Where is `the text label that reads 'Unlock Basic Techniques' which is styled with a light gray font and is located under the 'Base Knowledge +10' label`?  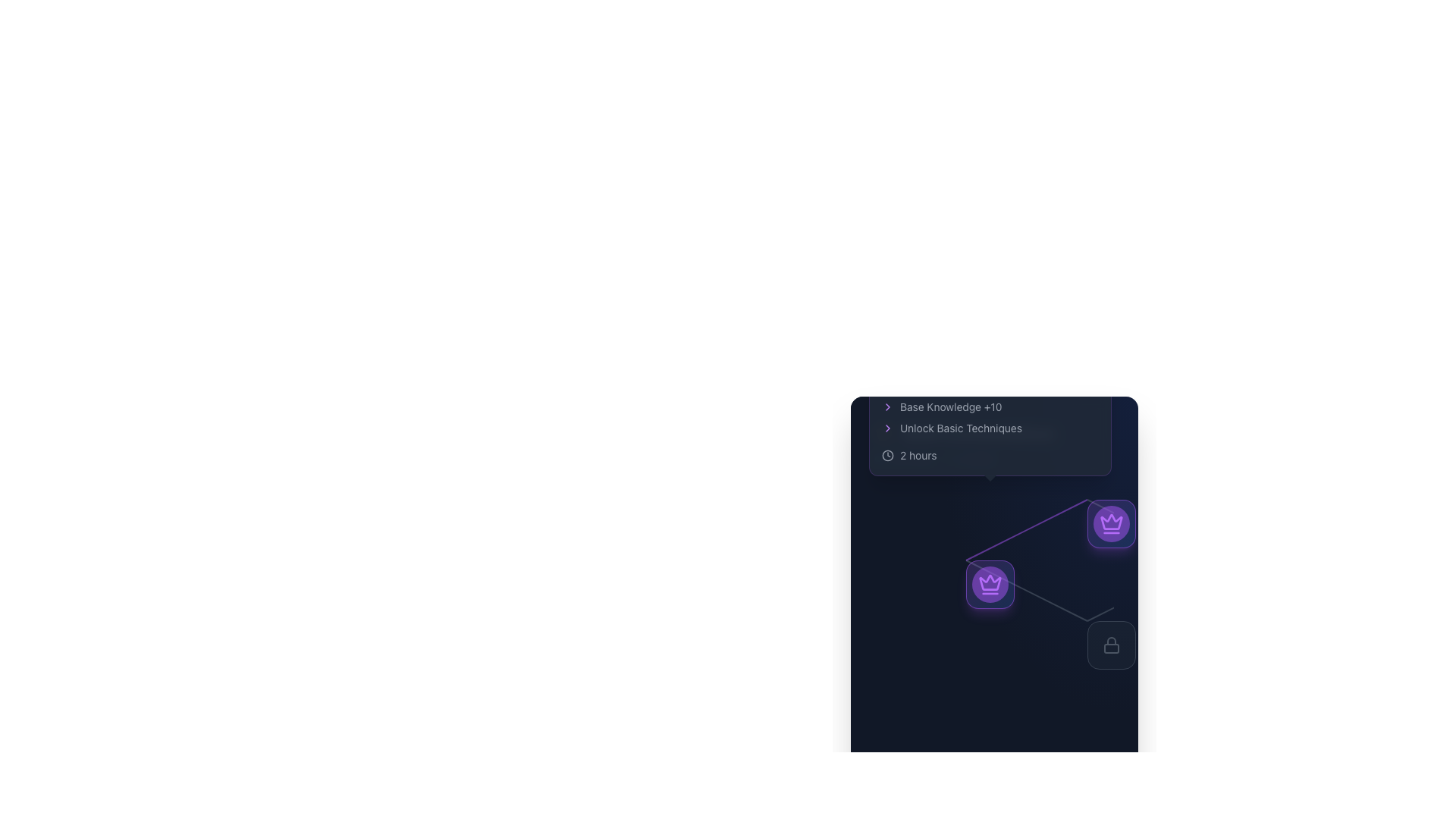
the text label that reads 'Unlock Basic Techniques' which is styled with a light gray font and is located under the 'Base Knowledge +10' label is located at coordinates (990, 428).